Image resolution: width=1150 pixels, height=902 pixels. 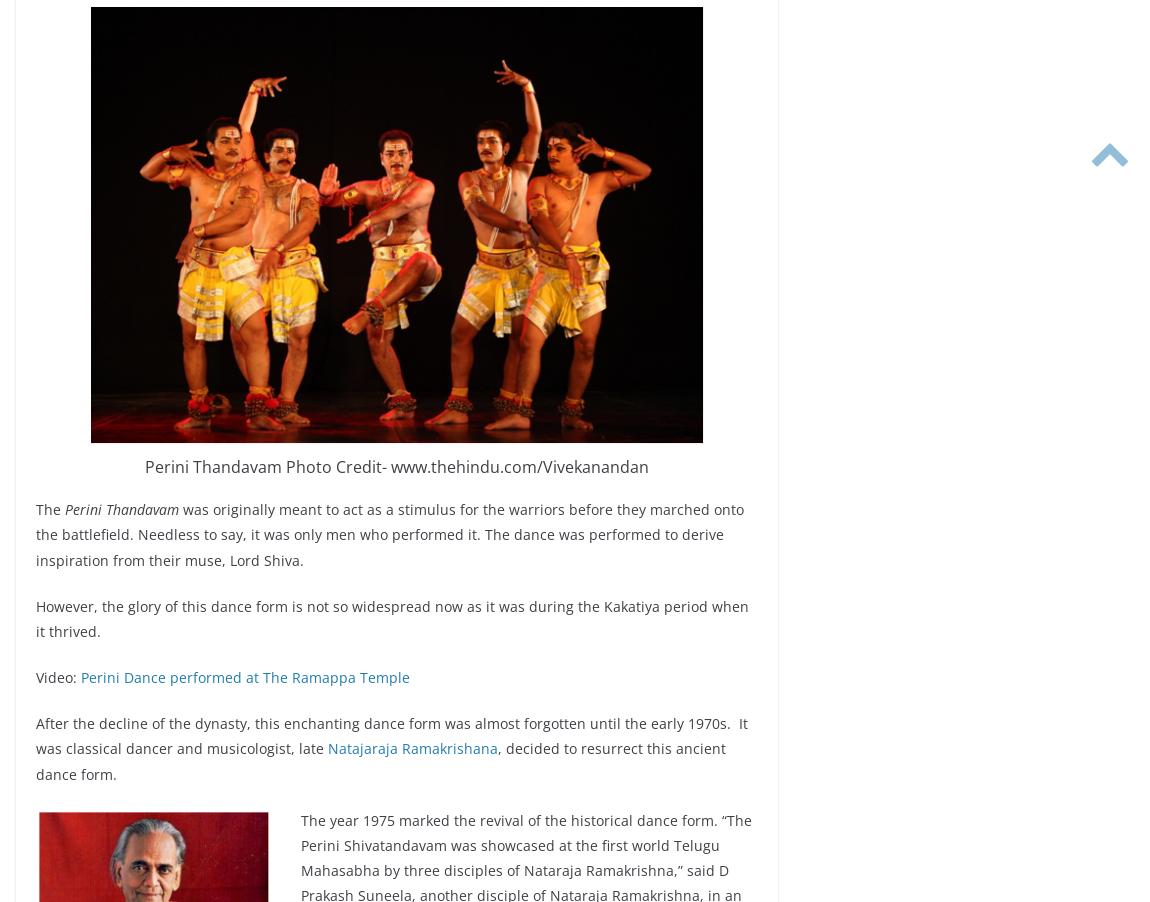 I want to click on 'Perini Thandavam Photo Credit- www.thehindu.com/Vivekanandan', so click(x=395, y=465).